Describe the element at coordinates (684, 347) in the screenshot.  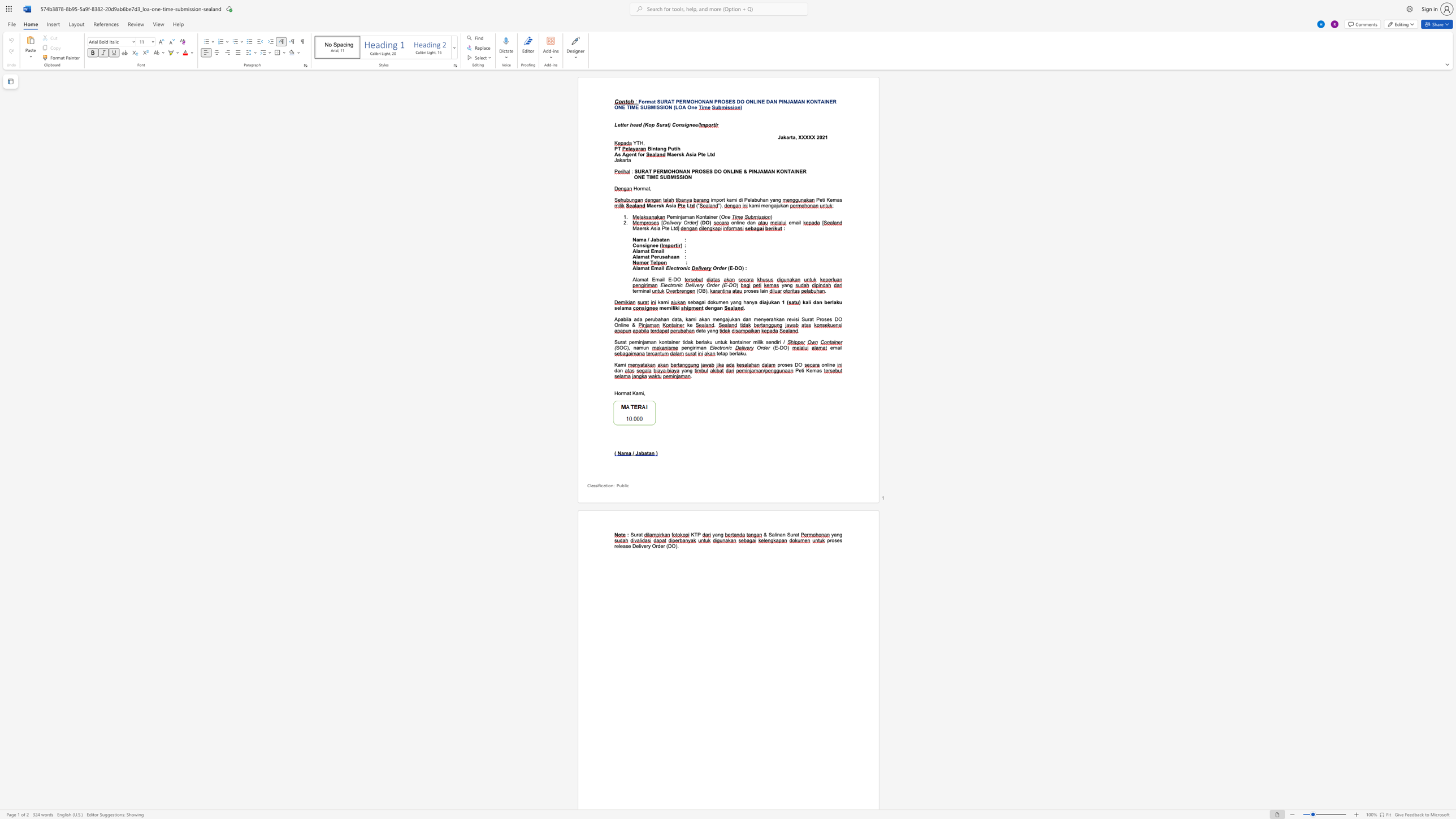
I see `the subset text "engi" within the text "pengiriman"` at that location.